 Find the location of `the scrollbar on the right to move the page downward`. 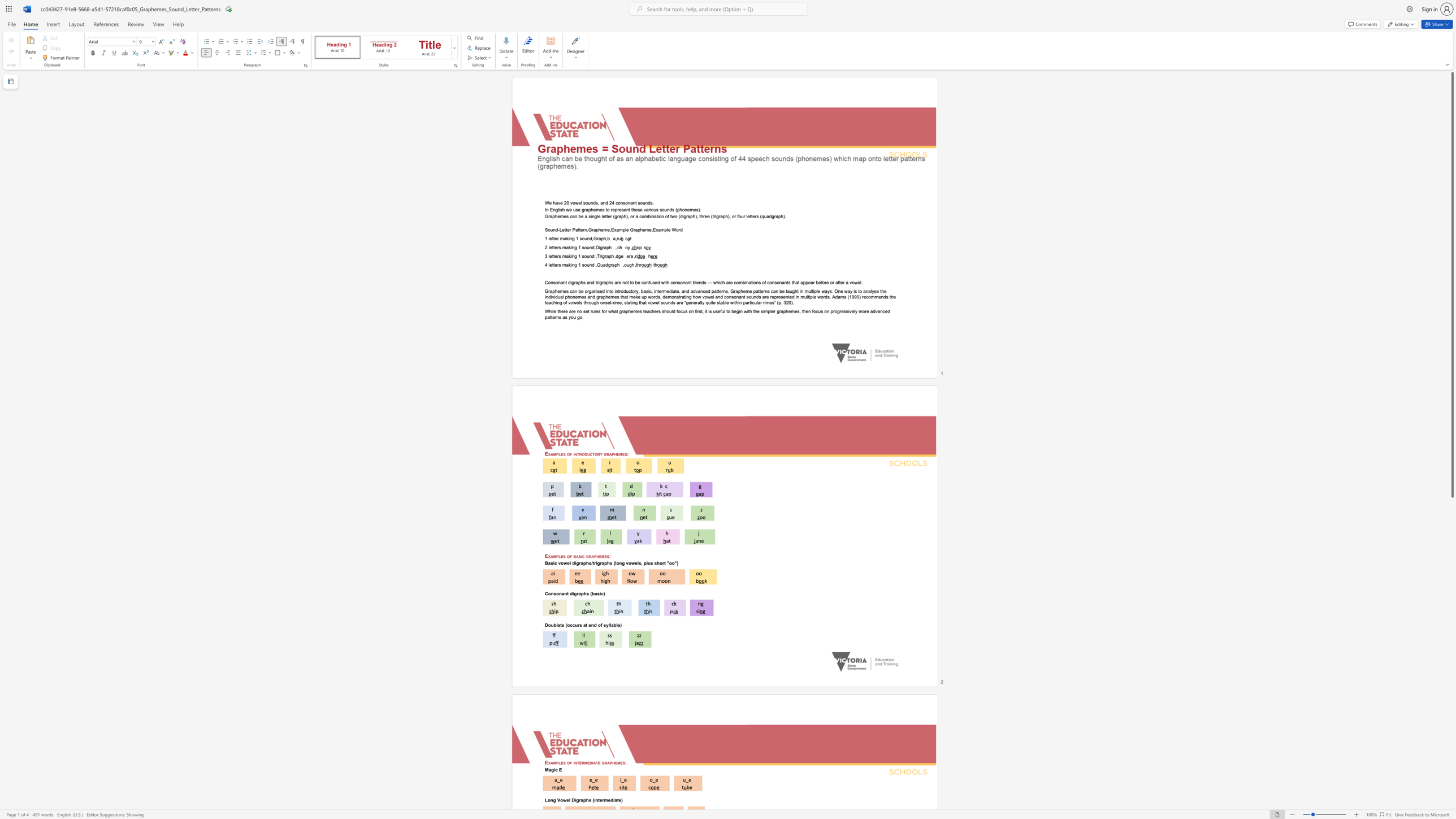

the scrollbar on the right to move the page downward is located at coordinates (1451, 746).